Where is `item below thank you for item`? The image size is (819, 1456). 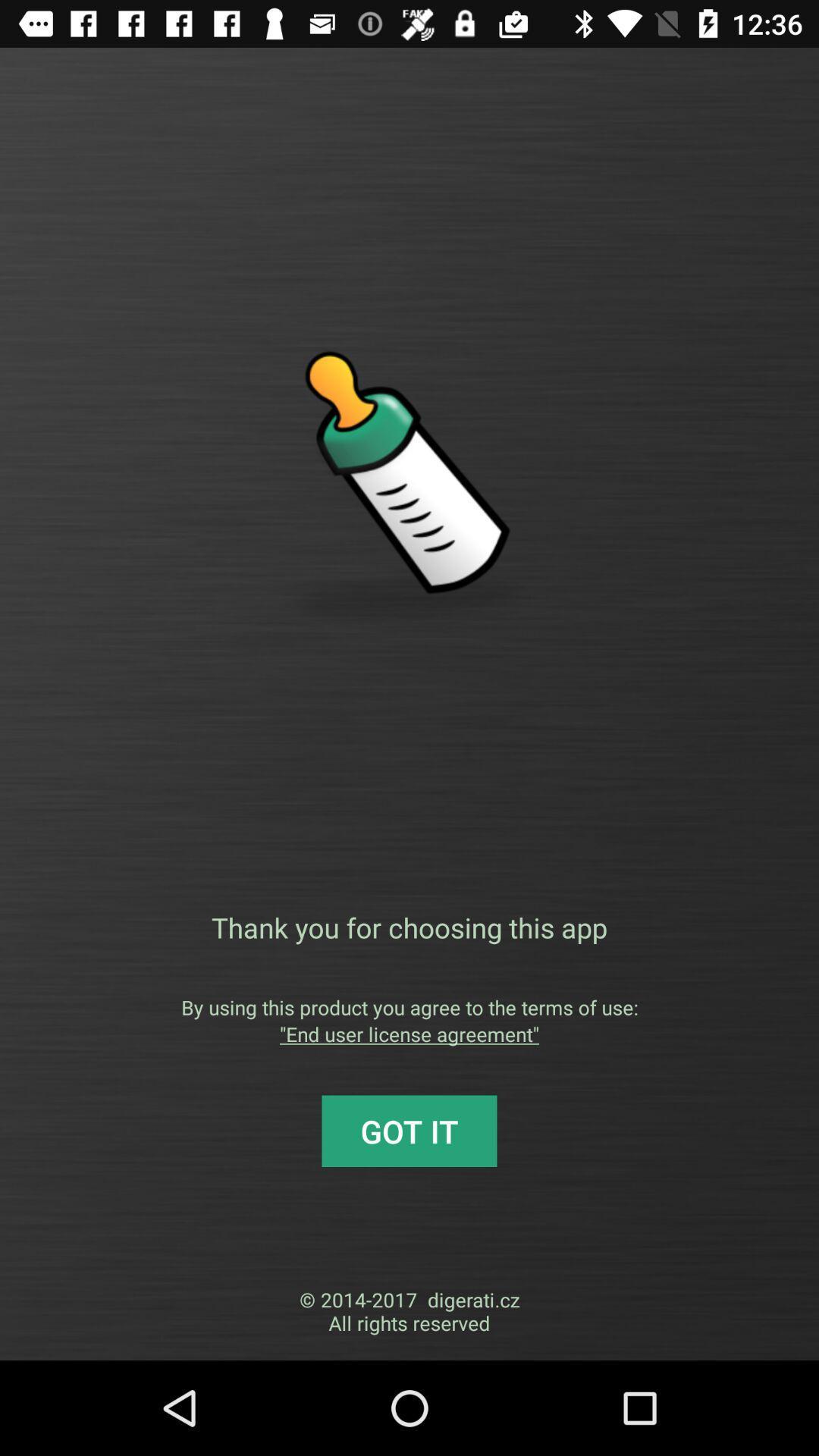
item below thank you for item is located at coordinates (409, 1007).